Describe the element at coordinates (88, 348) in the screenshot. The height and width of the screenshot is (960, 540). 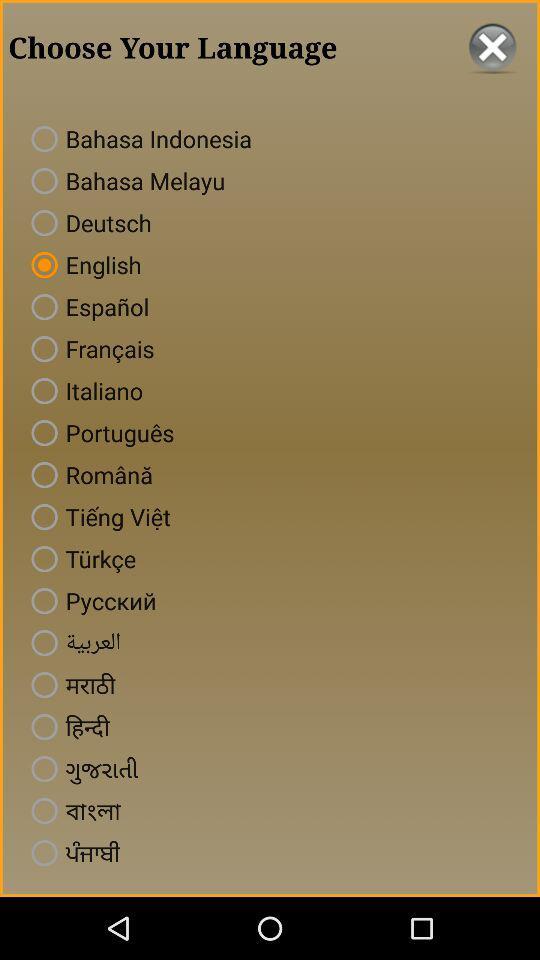
I see `francais` at that location.